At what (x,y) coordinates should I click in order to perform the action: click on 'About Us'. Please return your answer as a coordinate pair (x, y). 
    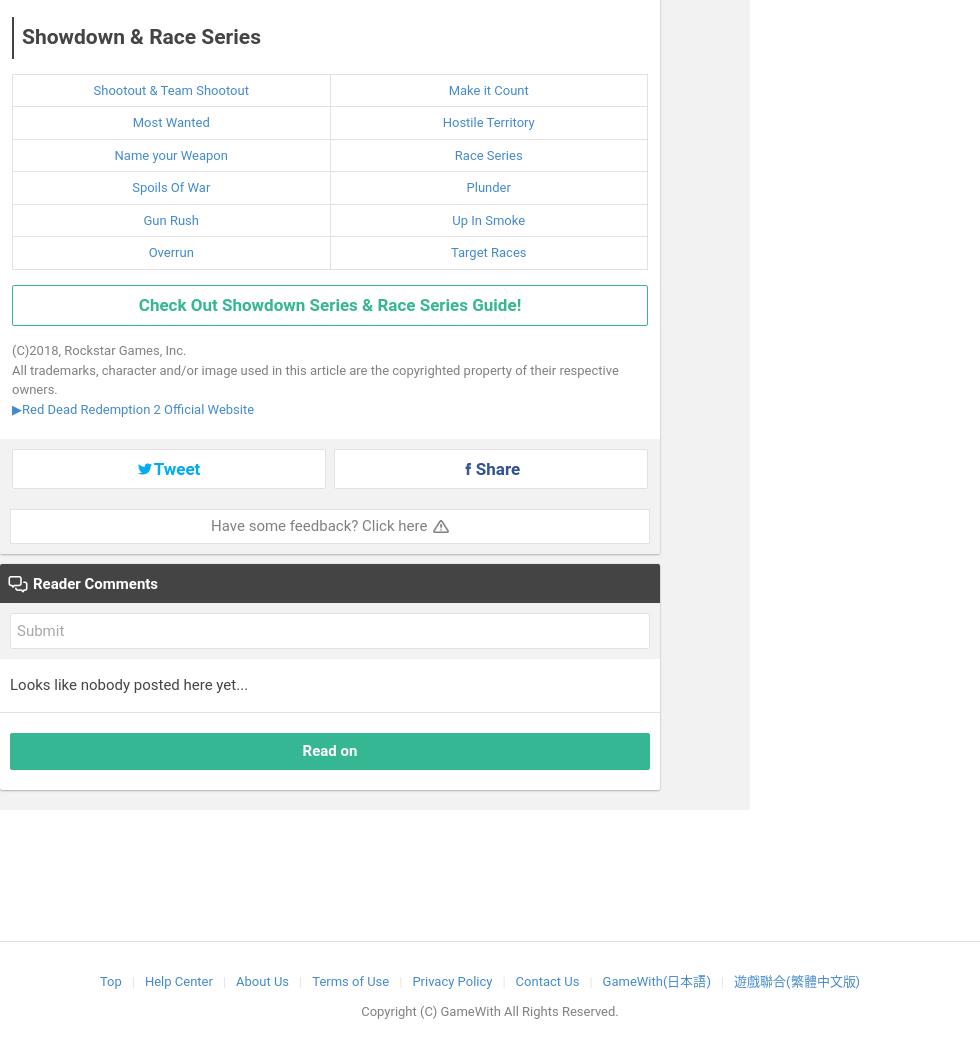
    Looking at the image, I should click on (262, 979).